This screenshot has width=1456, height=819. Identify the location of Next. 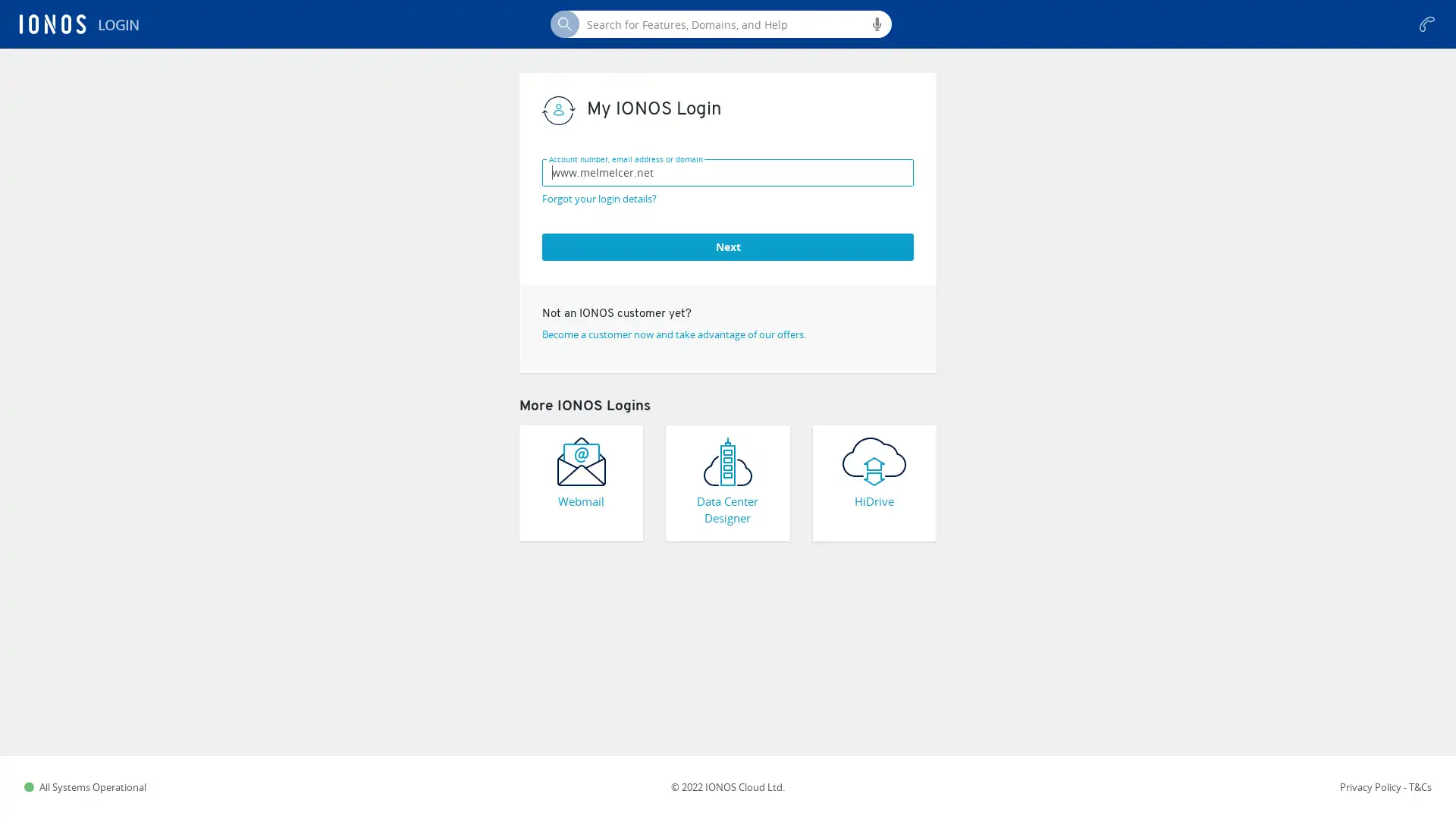
(728, 245).